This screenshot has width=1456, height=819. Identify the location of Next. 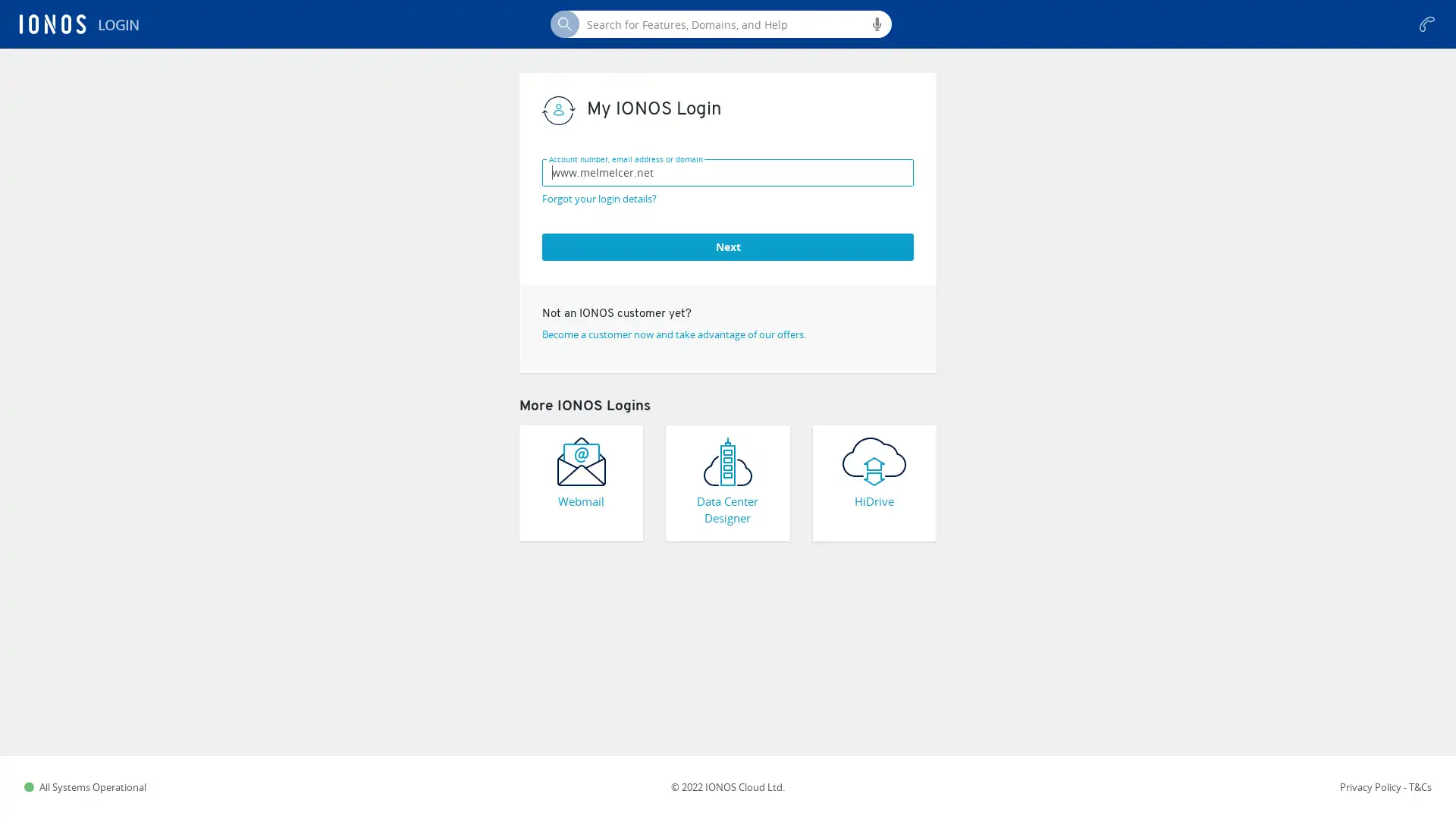
(728, 245).